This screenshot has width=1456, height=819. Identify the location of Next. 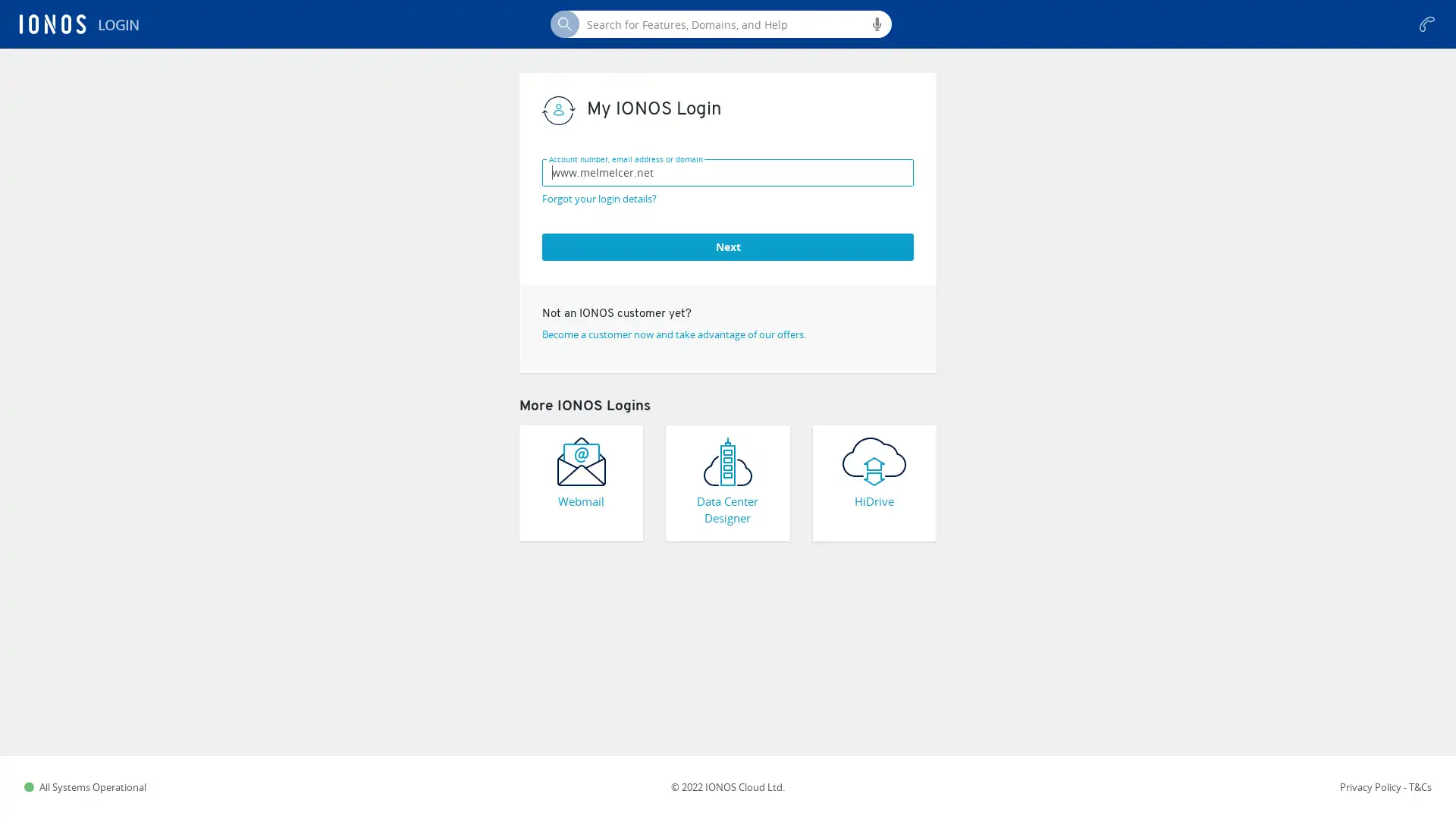
(728, 245).